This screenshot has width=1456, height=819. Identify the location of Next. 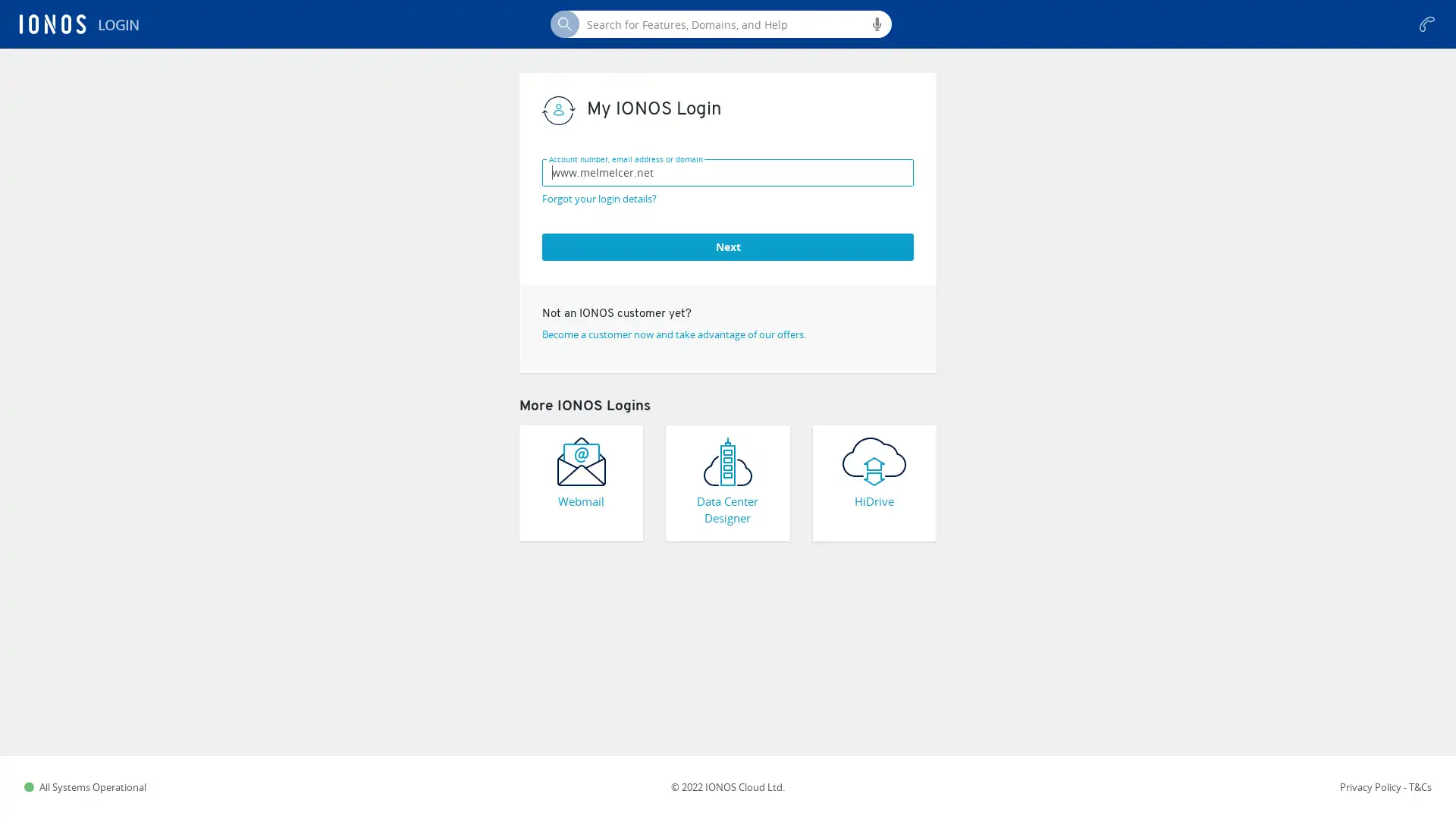
(728, 245).